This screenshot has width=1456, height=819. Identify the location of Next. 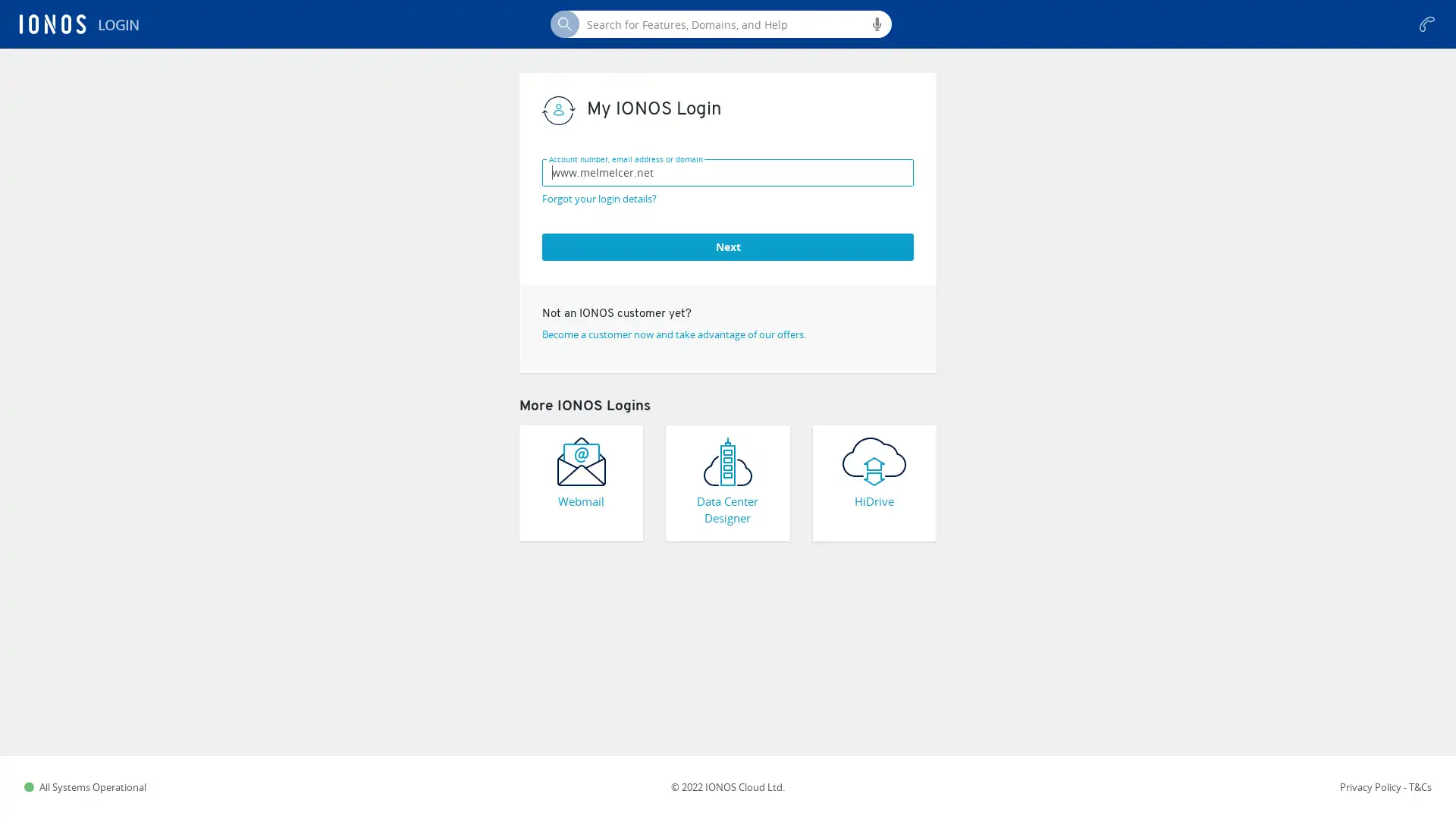
(728, 245).